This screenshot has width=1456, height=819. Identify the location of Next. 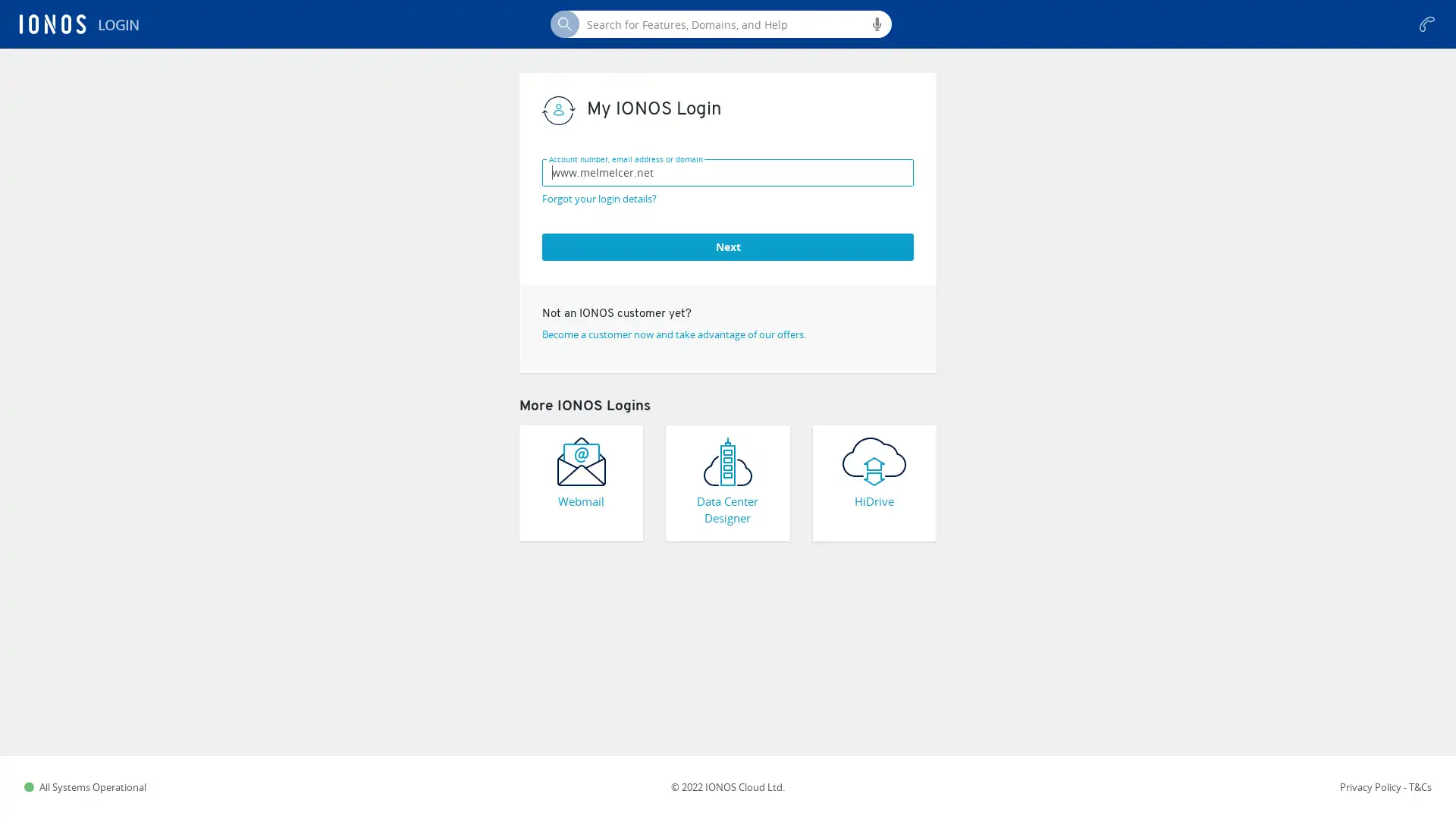
(728, 245).